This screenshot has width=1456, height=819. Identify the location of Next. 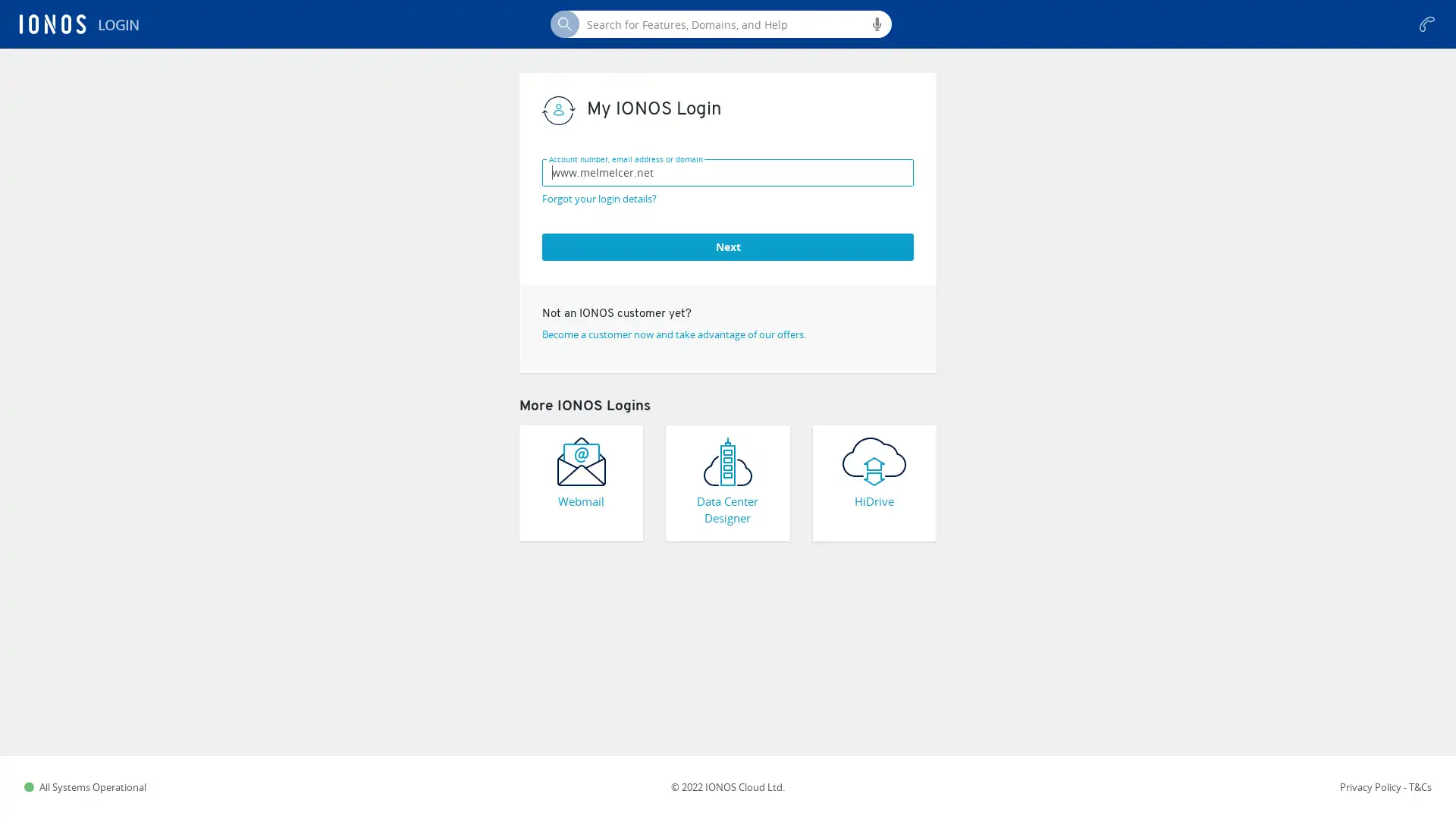
(728, 245).